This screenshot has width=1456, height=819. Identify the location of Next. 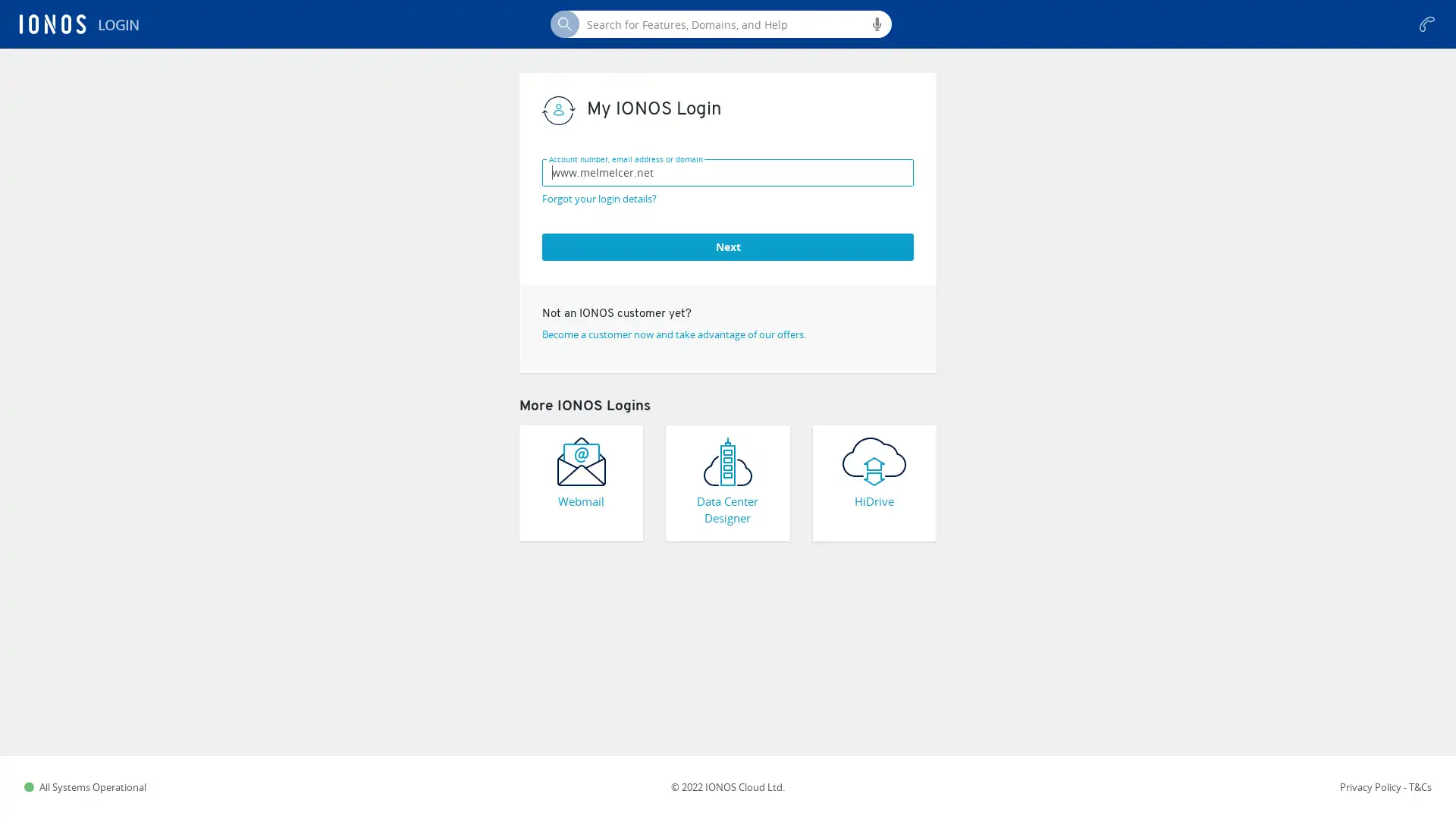
(728, 245).